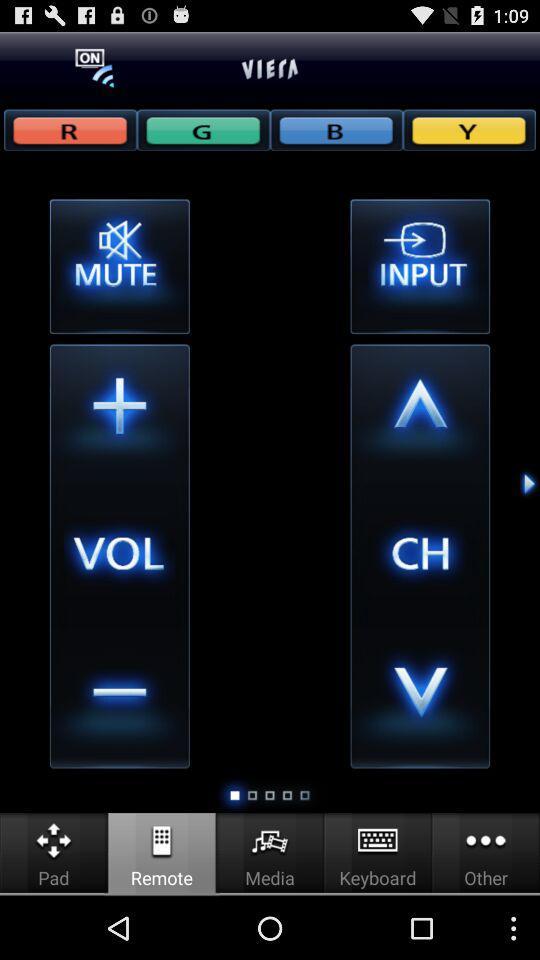 This screenshot has height=960, width=540. I want to click on r button, so click(69, 128).